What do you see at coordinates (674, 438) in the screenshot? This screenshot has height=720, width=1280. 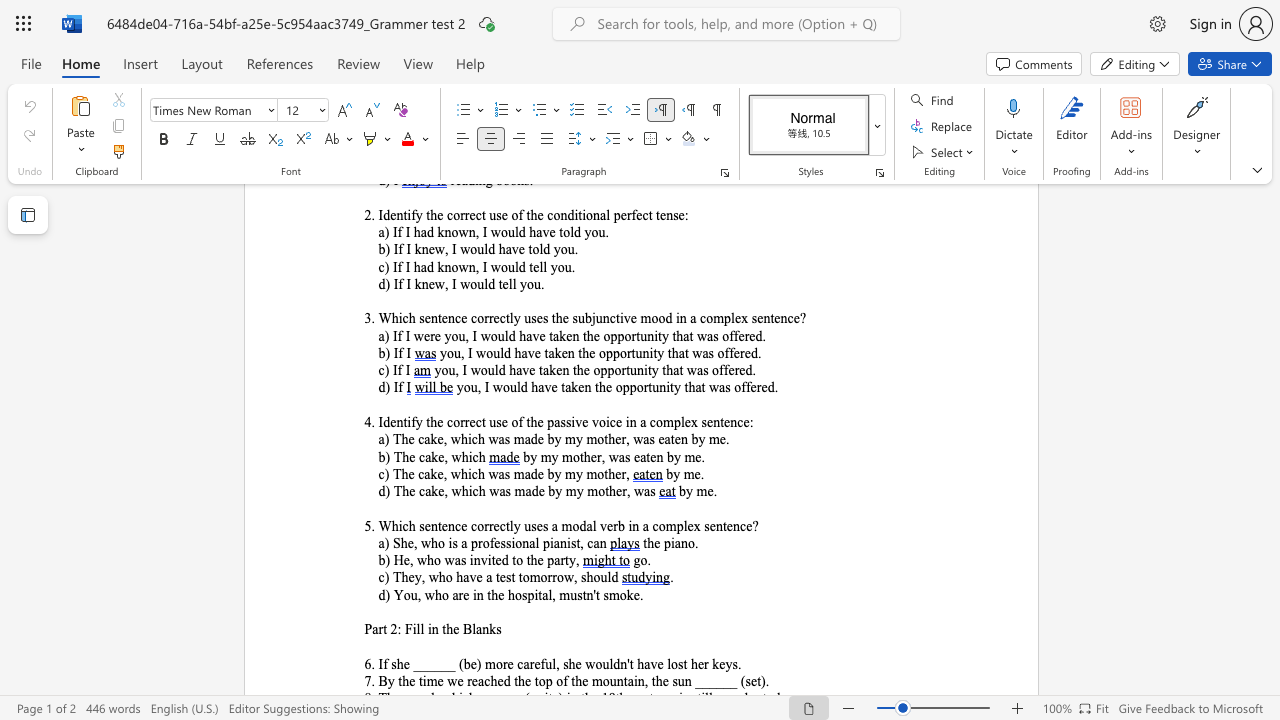 I see `the subset text "en b" within the text "a) The cake, which was made by my mother, was eaten by me."` at bounding box center [674, 438].